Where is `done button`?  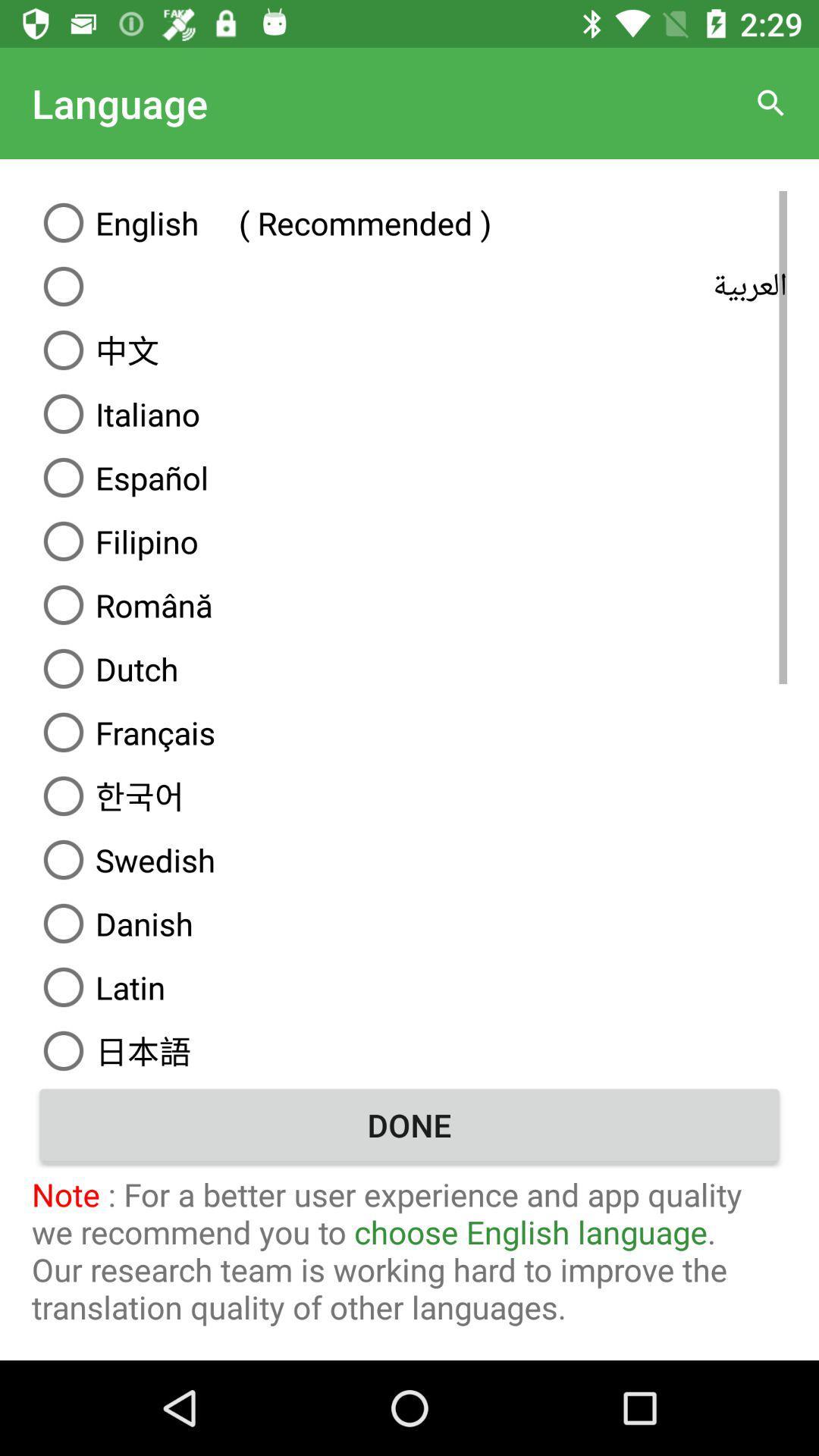
done button is located at coordinates (409, 1125).